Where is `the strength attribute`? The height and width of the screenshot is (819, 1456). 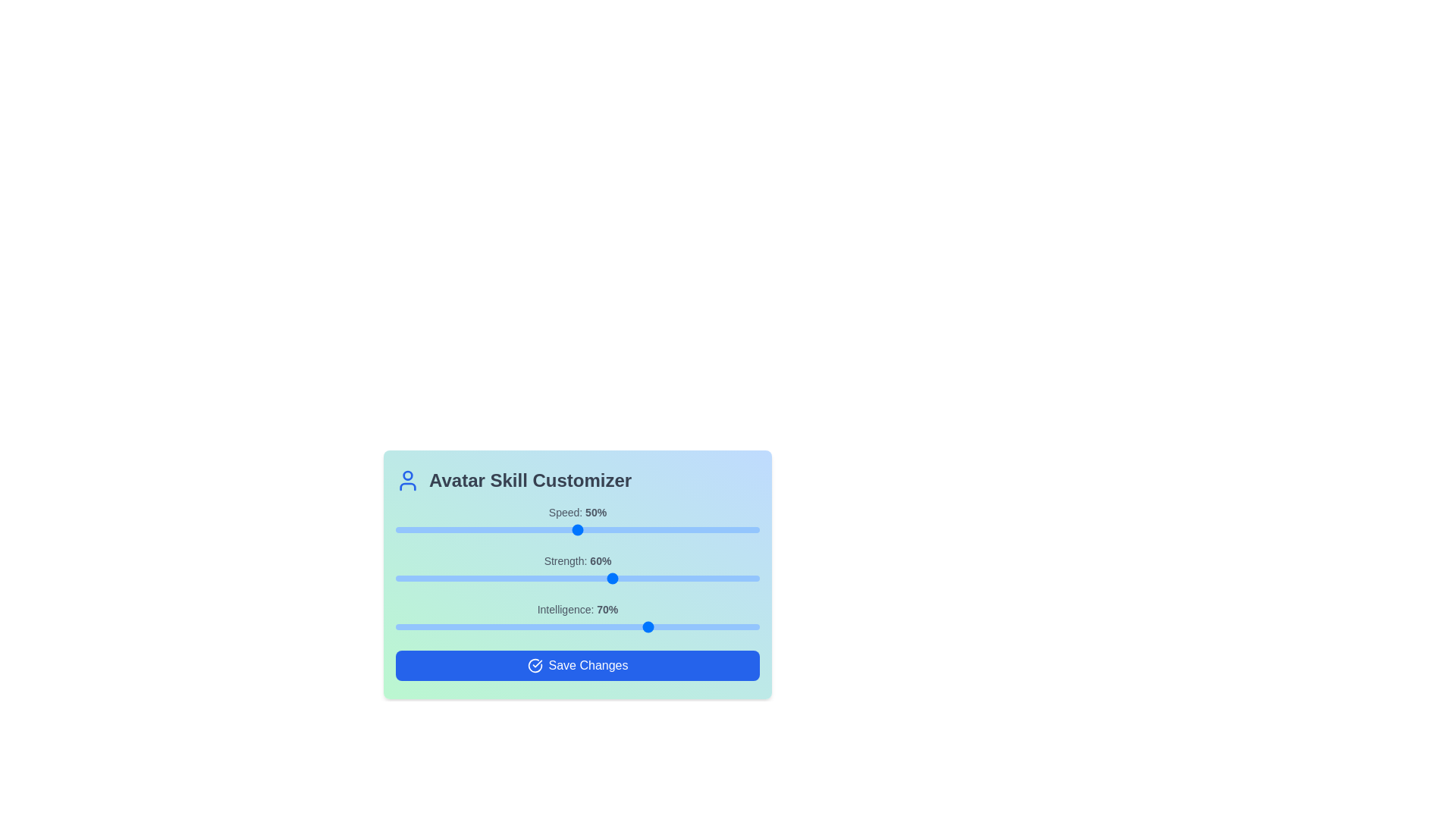 the strength attribute is located at coordinates (580, 579).